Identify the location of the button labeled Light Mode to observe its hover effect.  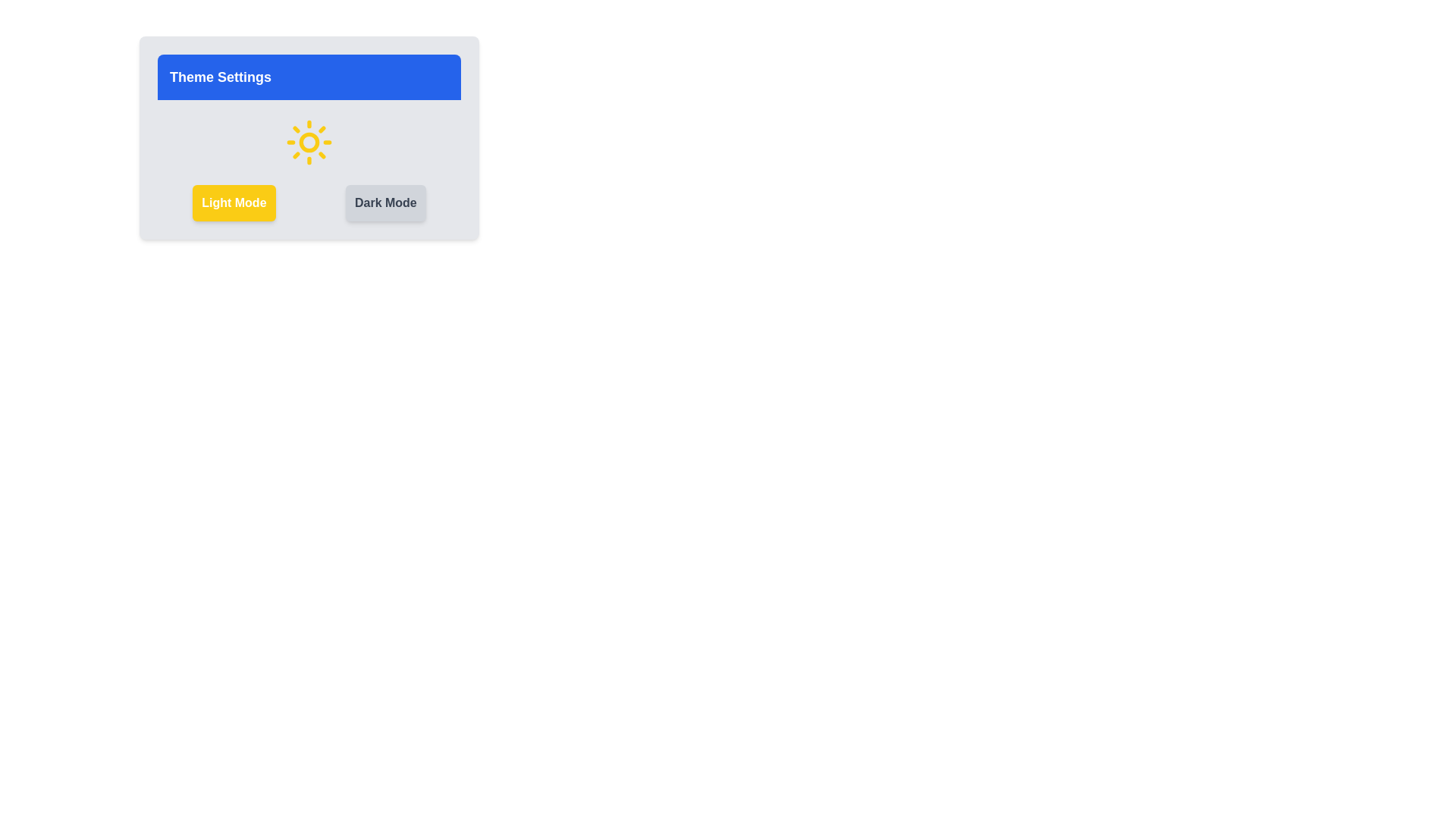
(233, 202).